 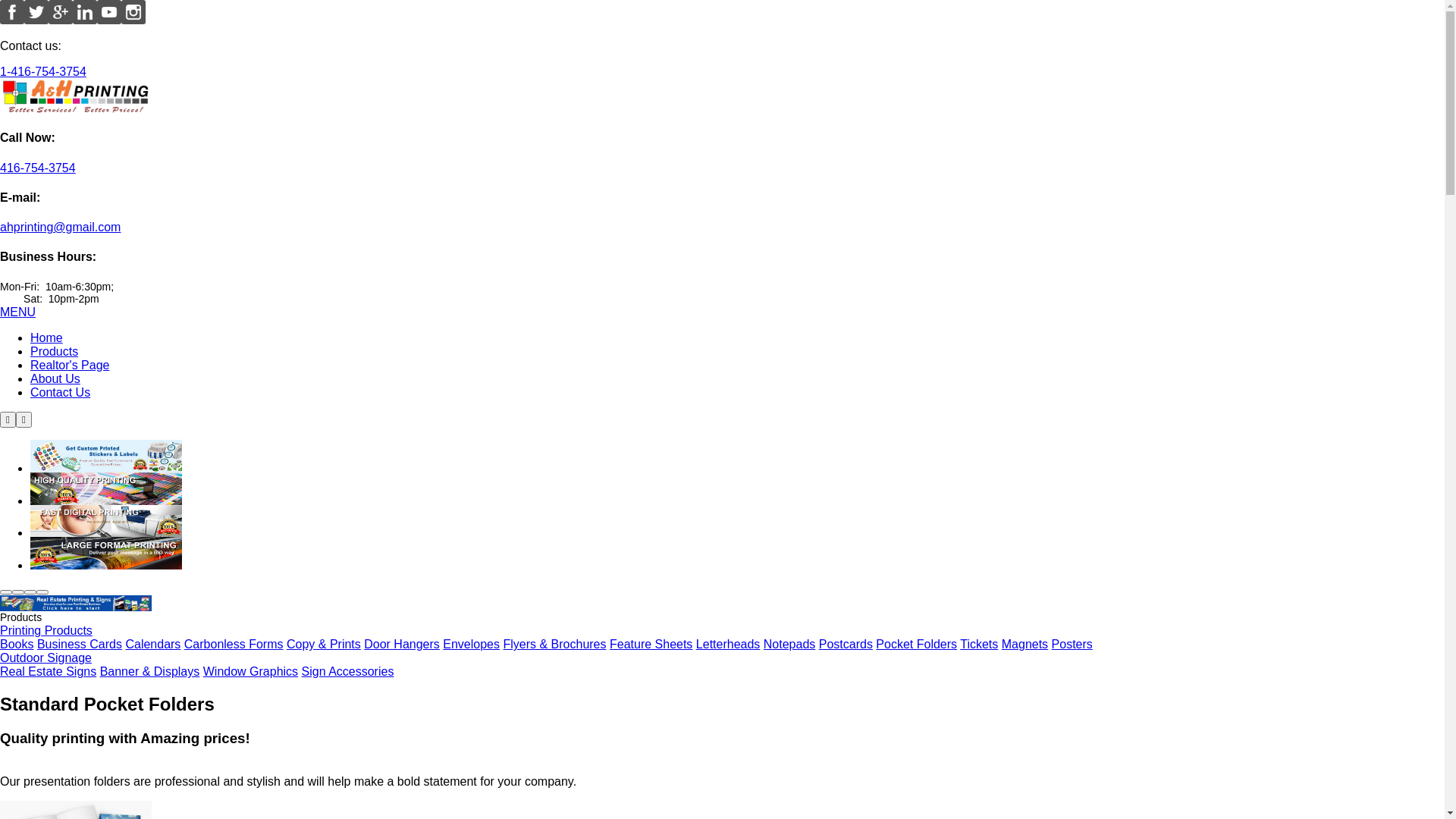 What do you see at coordinates (45, 657) in the screenshot?
I see `'Outdoor Signage'` at bounding box center [45, 657].